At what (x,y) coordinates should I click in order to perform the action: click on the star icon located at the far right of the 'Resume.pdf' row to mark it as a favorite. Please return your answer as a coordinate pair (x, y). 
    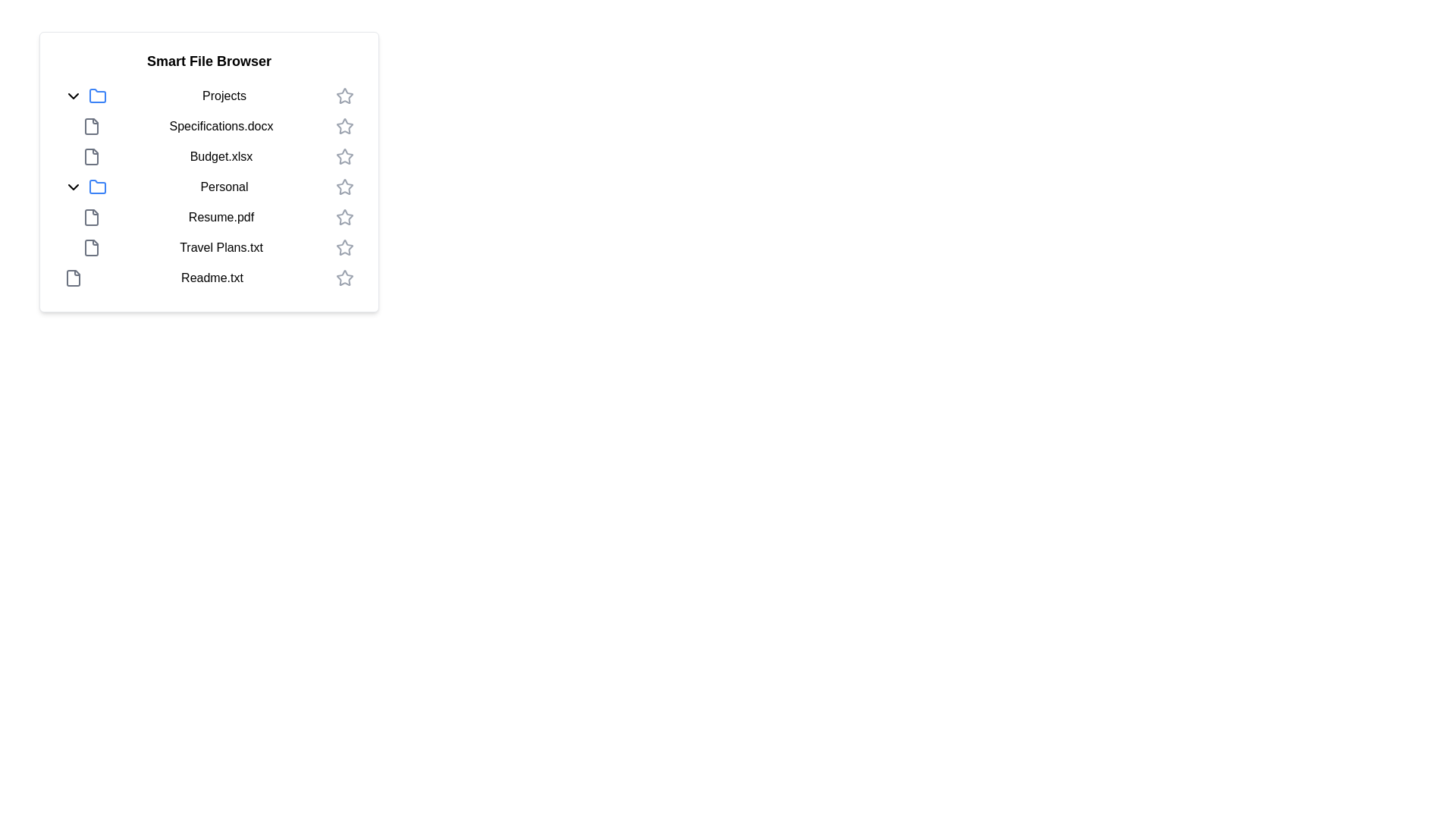
    Looking at the image, I should click on (344, 217).